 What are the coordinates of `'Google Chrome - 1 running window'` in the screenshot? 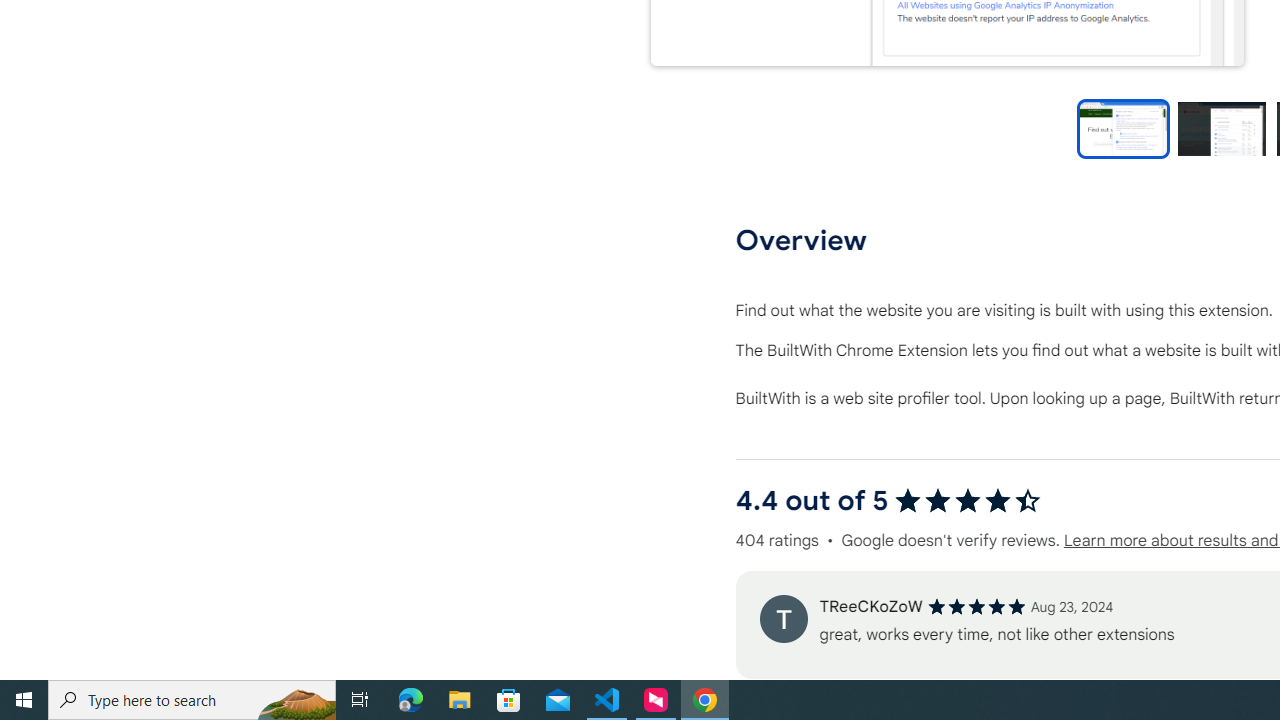 It's located at (705, 698).